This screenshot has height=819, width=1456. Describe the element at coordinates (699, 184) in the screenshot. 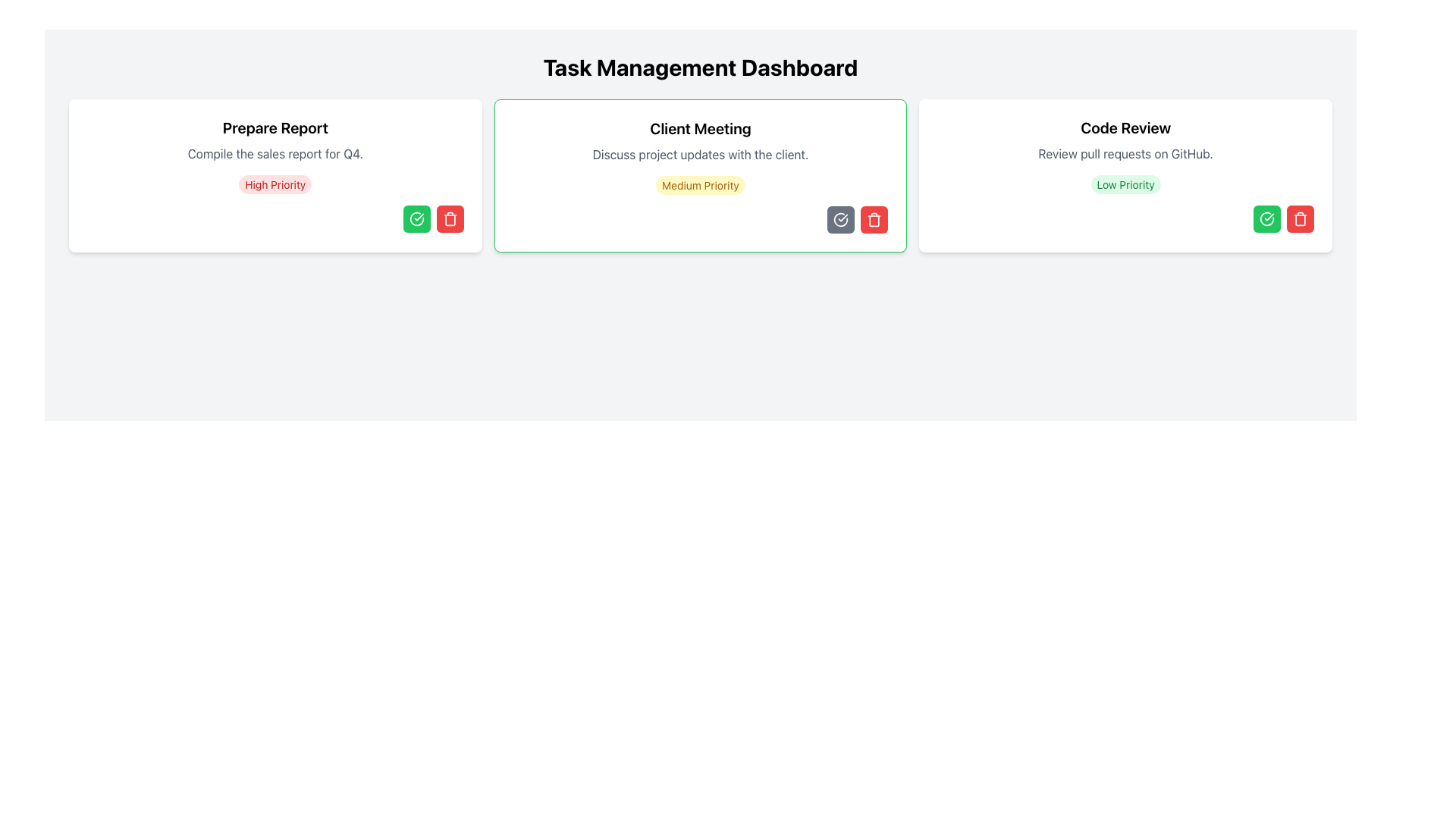

I see `the 'Medium Priority' text label, which is a button-like element with a yellow background and text, located in the 'Client Meeting' card of the task management dashboard` at that location.